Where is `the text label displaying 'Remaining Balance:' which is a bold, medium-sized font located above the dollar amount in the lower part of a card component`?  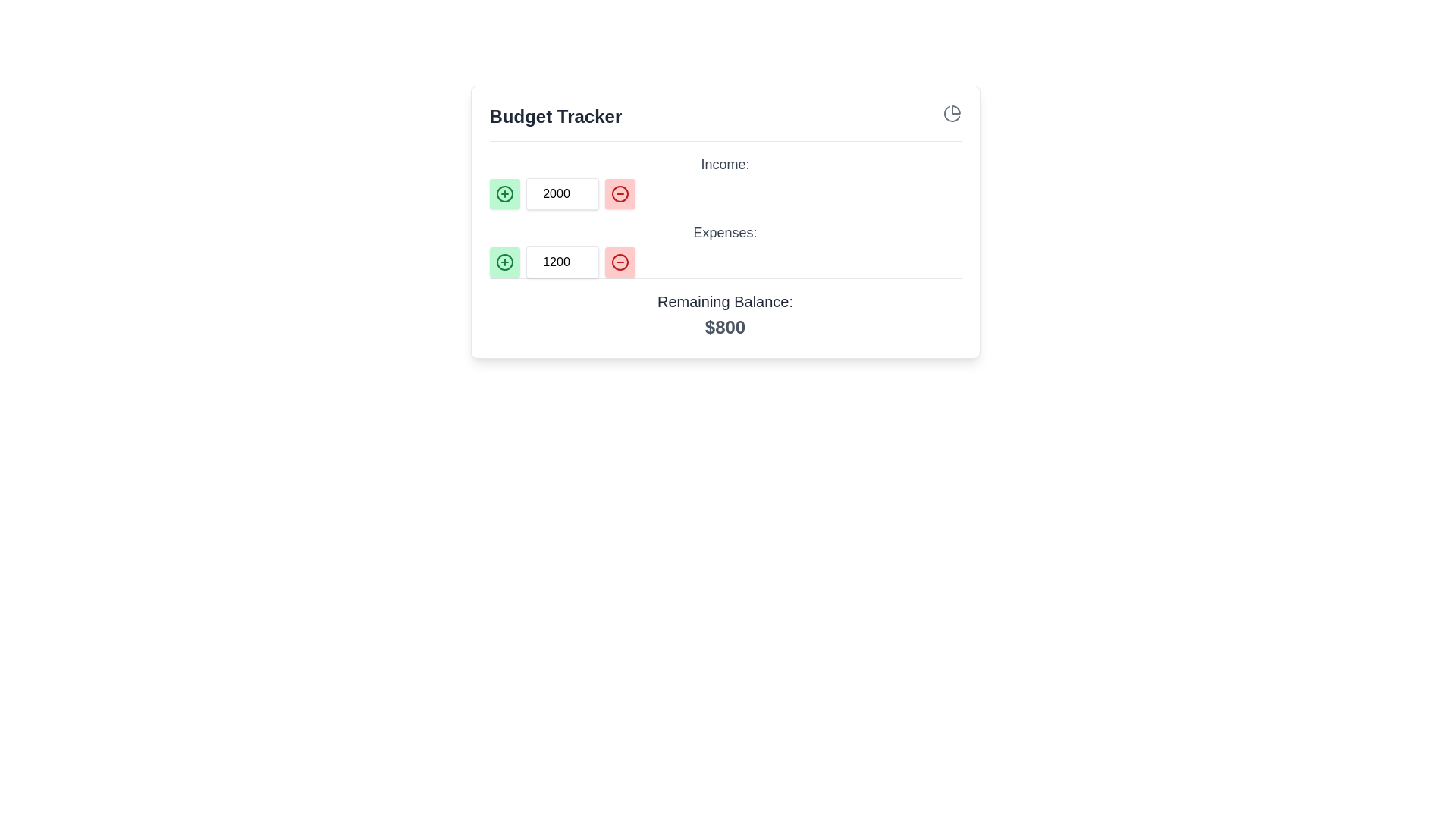 the text label displaying 'Remaining Balance:' which is a bold, medium-sized font located above the dollar amount in the lower part of a card component is located at coordinates (724, 301).